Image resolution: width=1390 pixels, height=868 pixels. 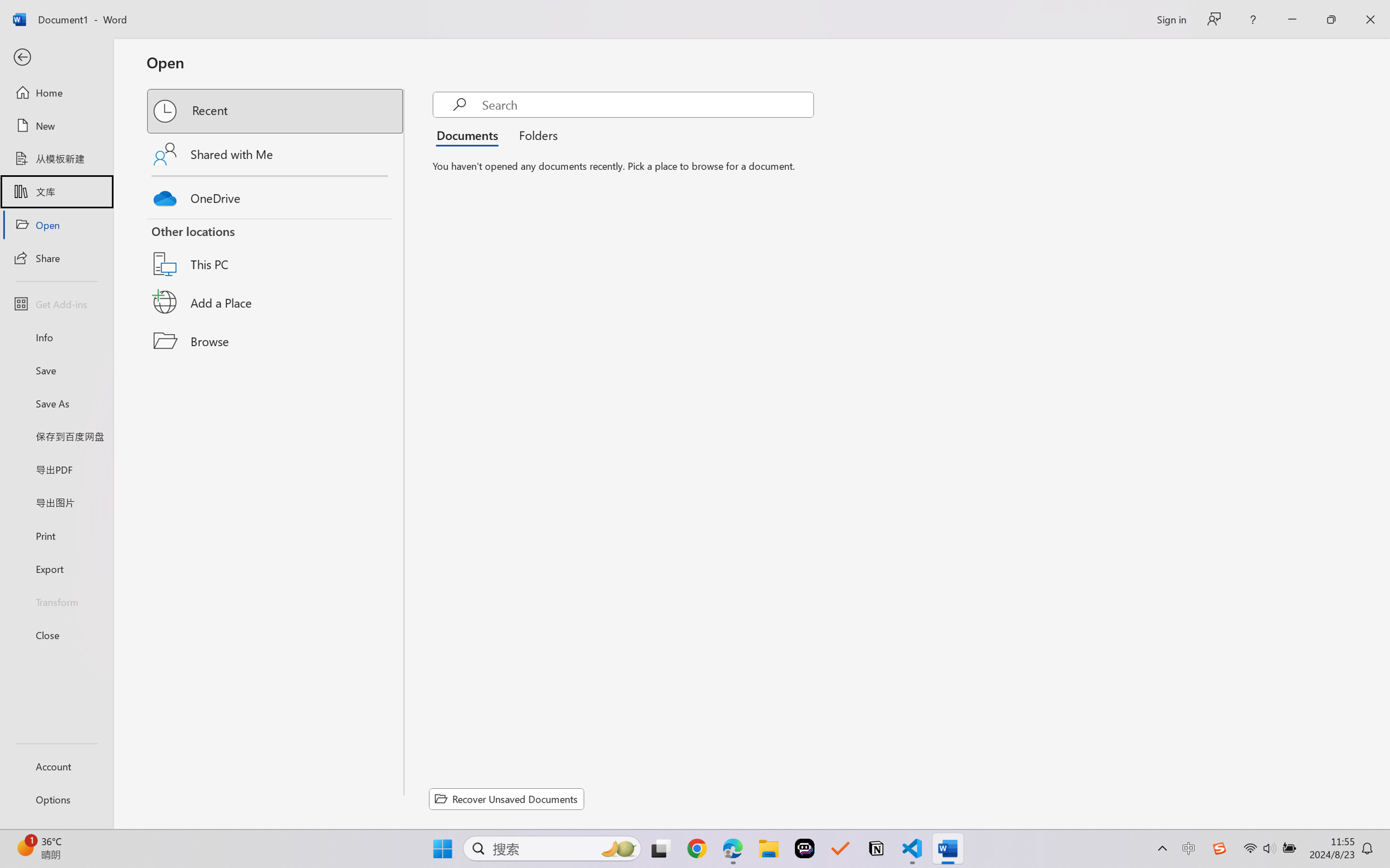 What do you see at coordinates (56, 336) in the screenshot?
I see `'Info'` at bounding box center [56, 336].